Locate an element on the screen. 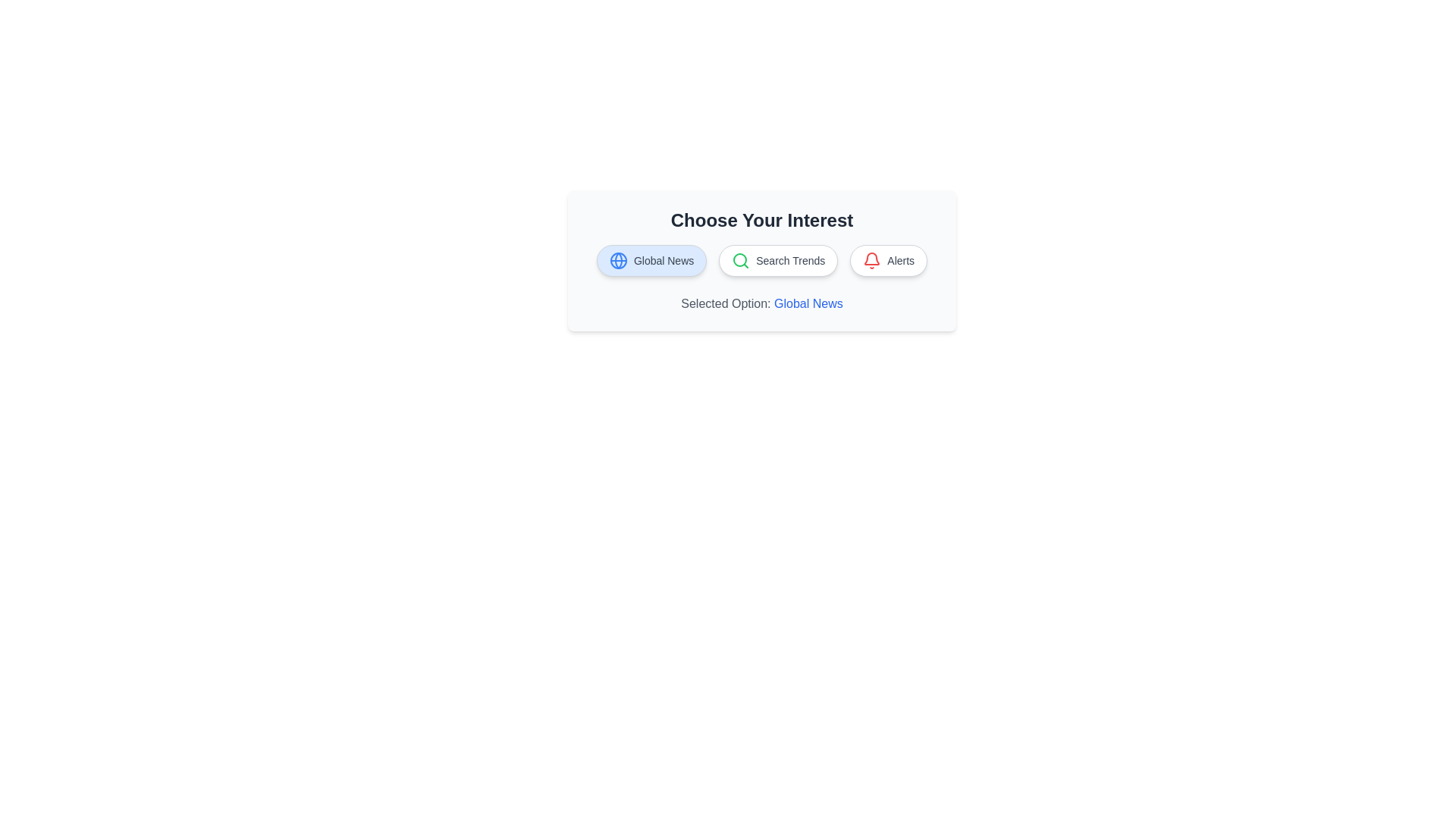 The image size is (1456, 819). the chip labeled Search Trends to see its hover effect is located at coordinates (778, 259).